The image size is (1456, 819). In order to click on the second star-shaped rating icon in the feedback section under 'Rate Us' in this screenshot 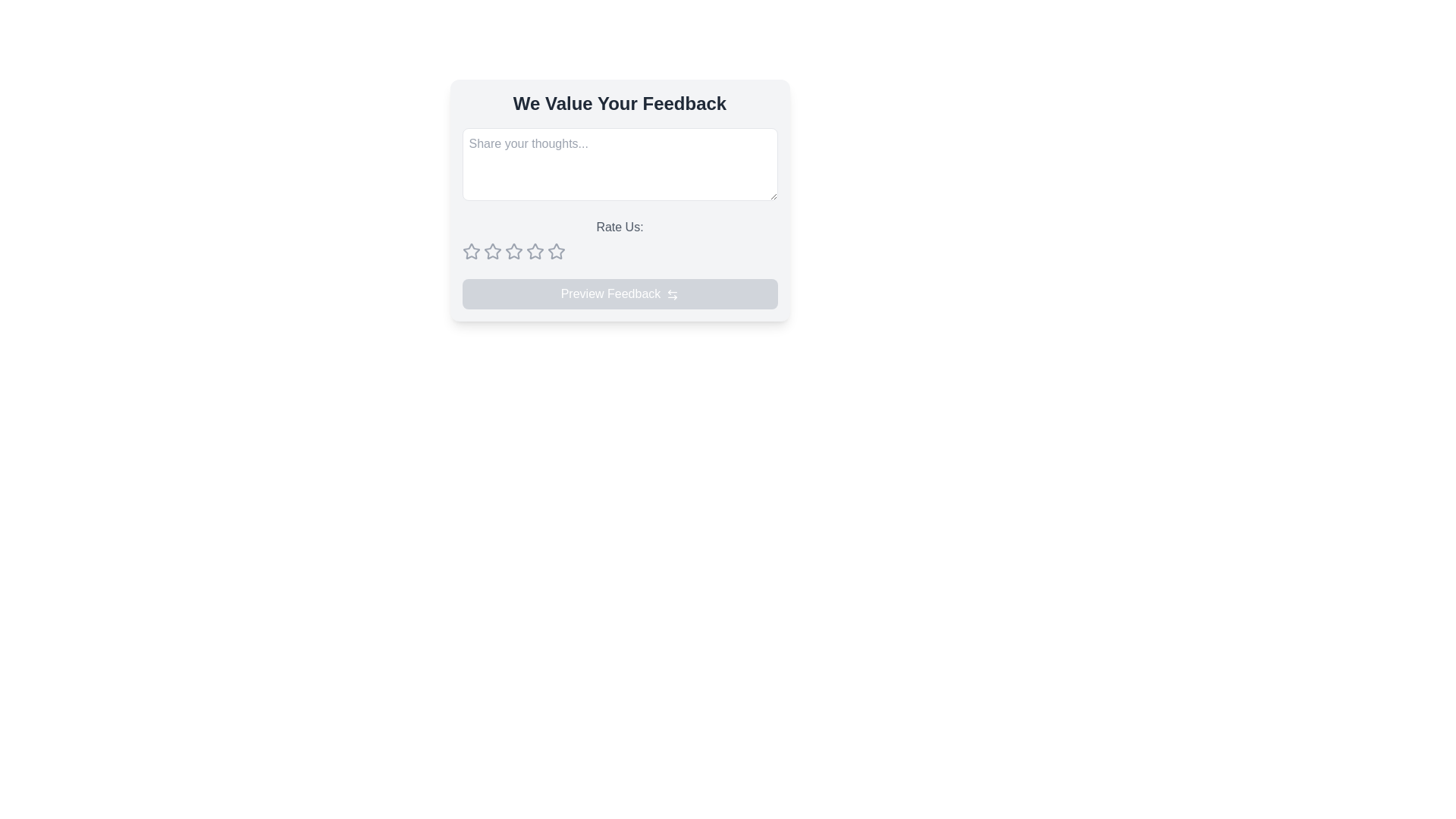, I will do `click(492, 250)`.